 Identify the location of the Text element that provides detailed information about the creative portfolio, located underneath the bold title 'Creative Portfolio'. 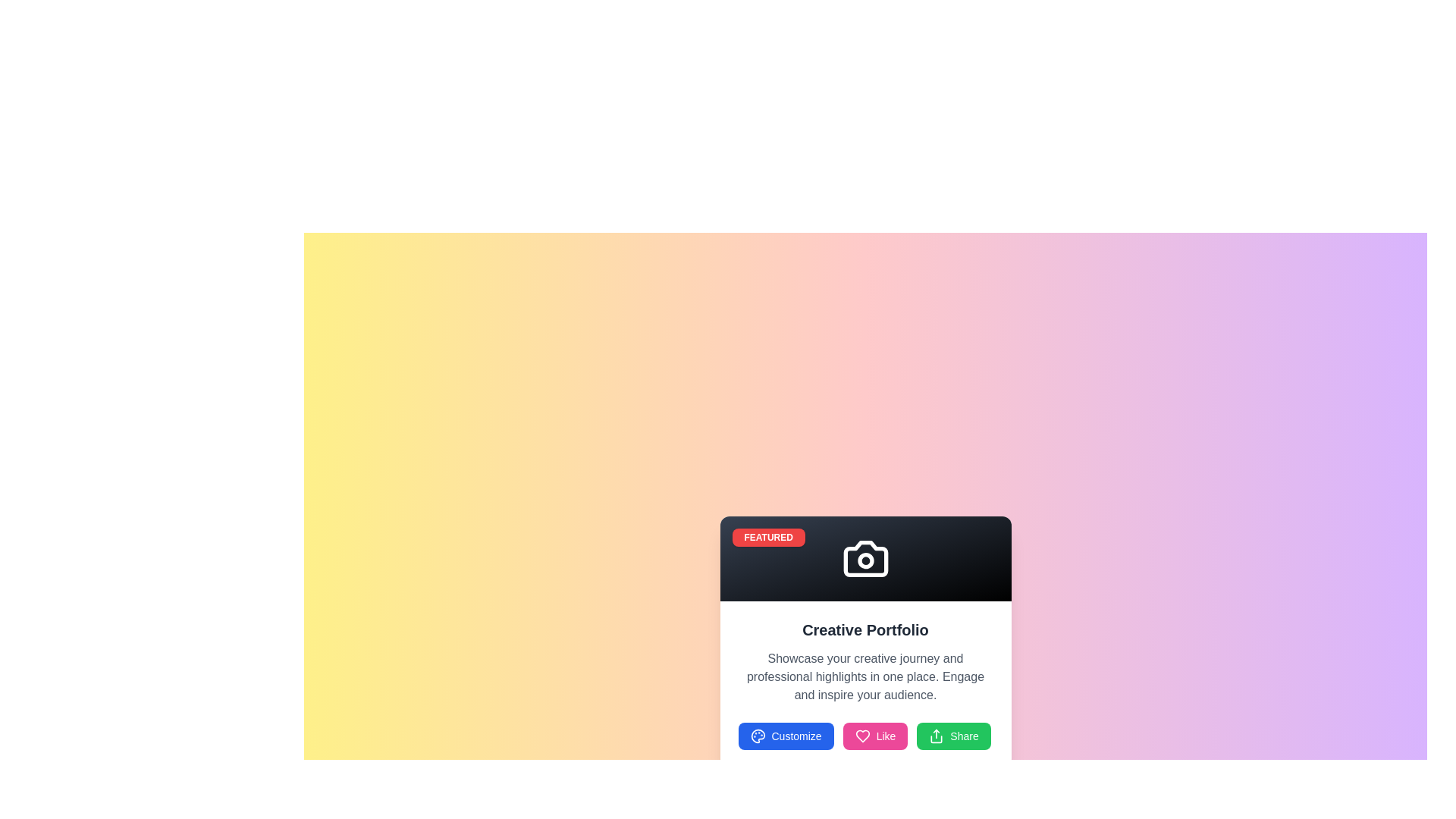
(865, 676).